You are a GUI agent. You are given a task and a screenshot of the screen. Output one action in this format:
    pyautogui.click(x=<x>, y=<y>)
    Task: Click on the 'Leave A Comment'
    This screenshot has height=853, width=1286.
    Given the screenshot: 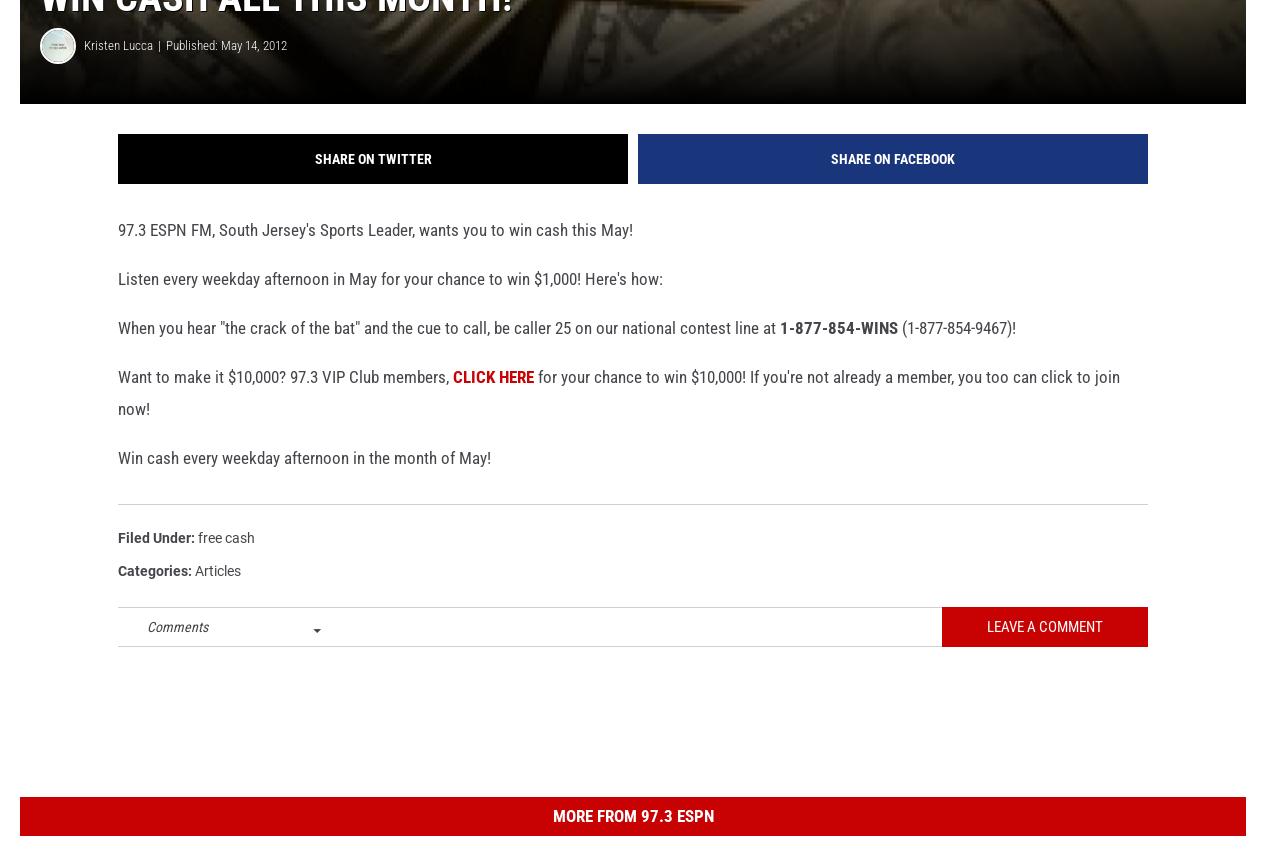 What is the action you would take?
    pyautogui.click(x=1044, y=658)
    